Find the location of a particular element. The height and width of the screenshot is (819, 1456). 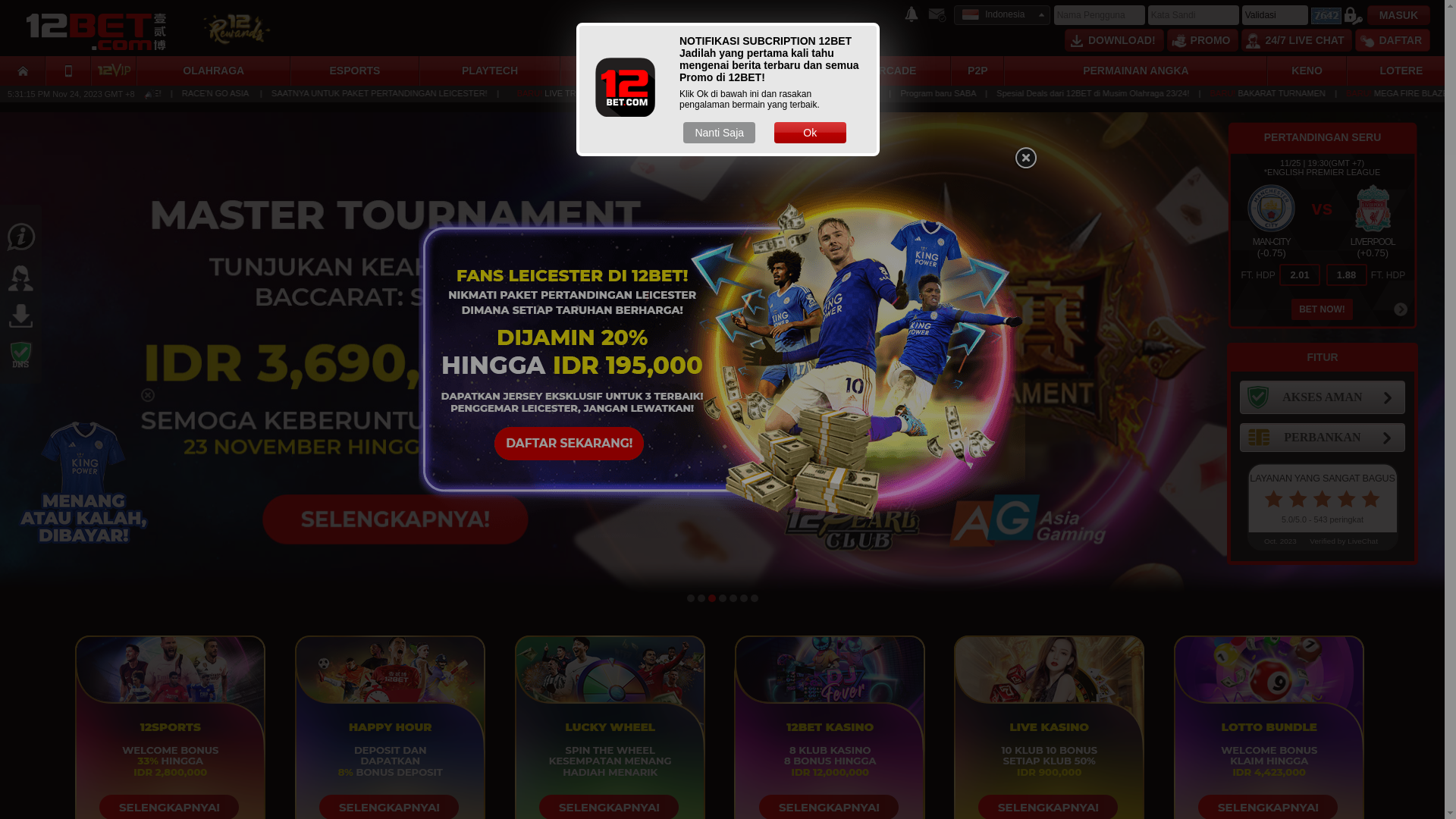

'PERMAINAN ANGKA' is located at coordinates (1135, 71).